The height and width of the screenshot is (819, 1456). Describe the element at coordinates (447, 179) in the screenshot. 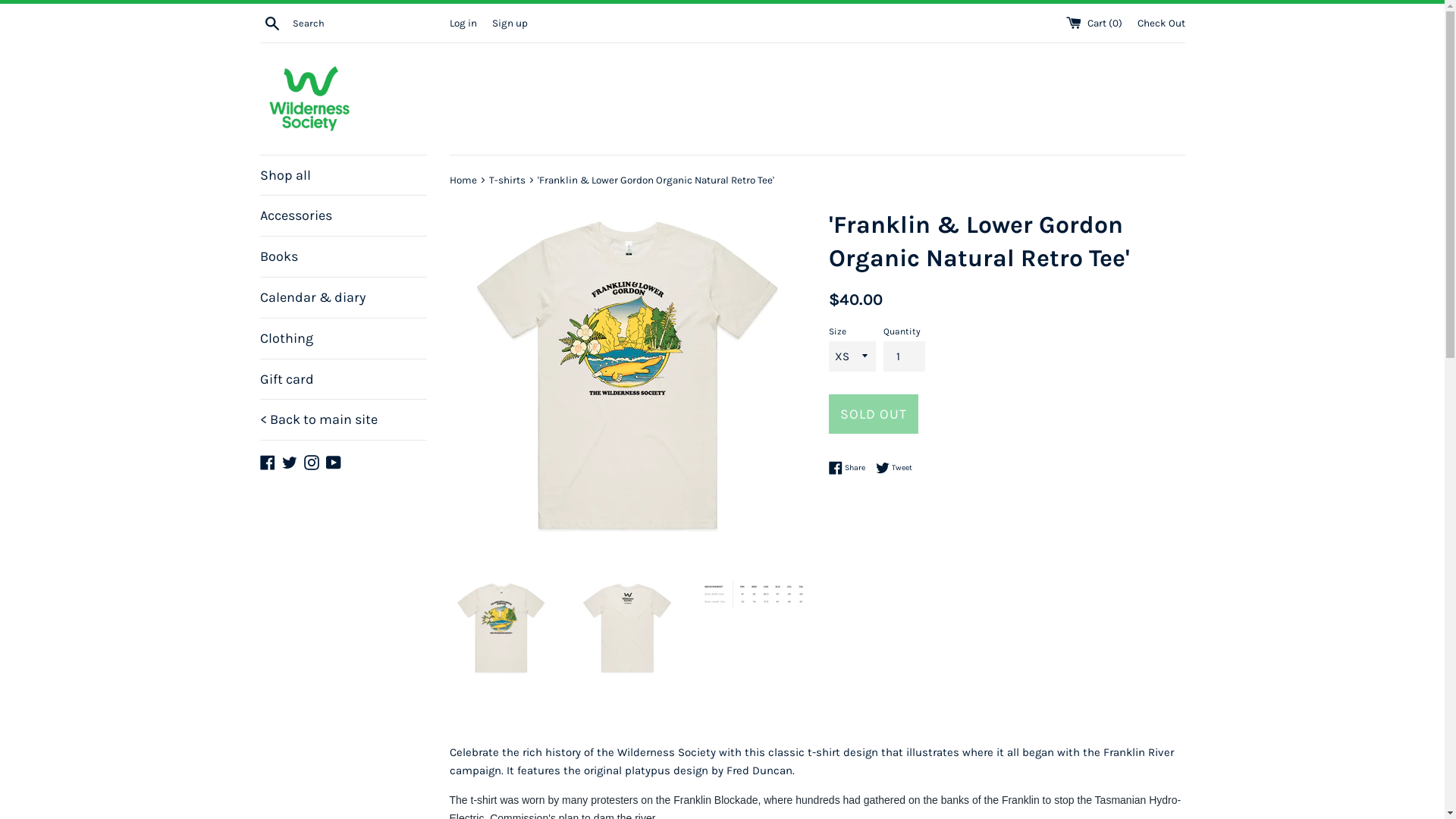

I see `'Home'` at that location.